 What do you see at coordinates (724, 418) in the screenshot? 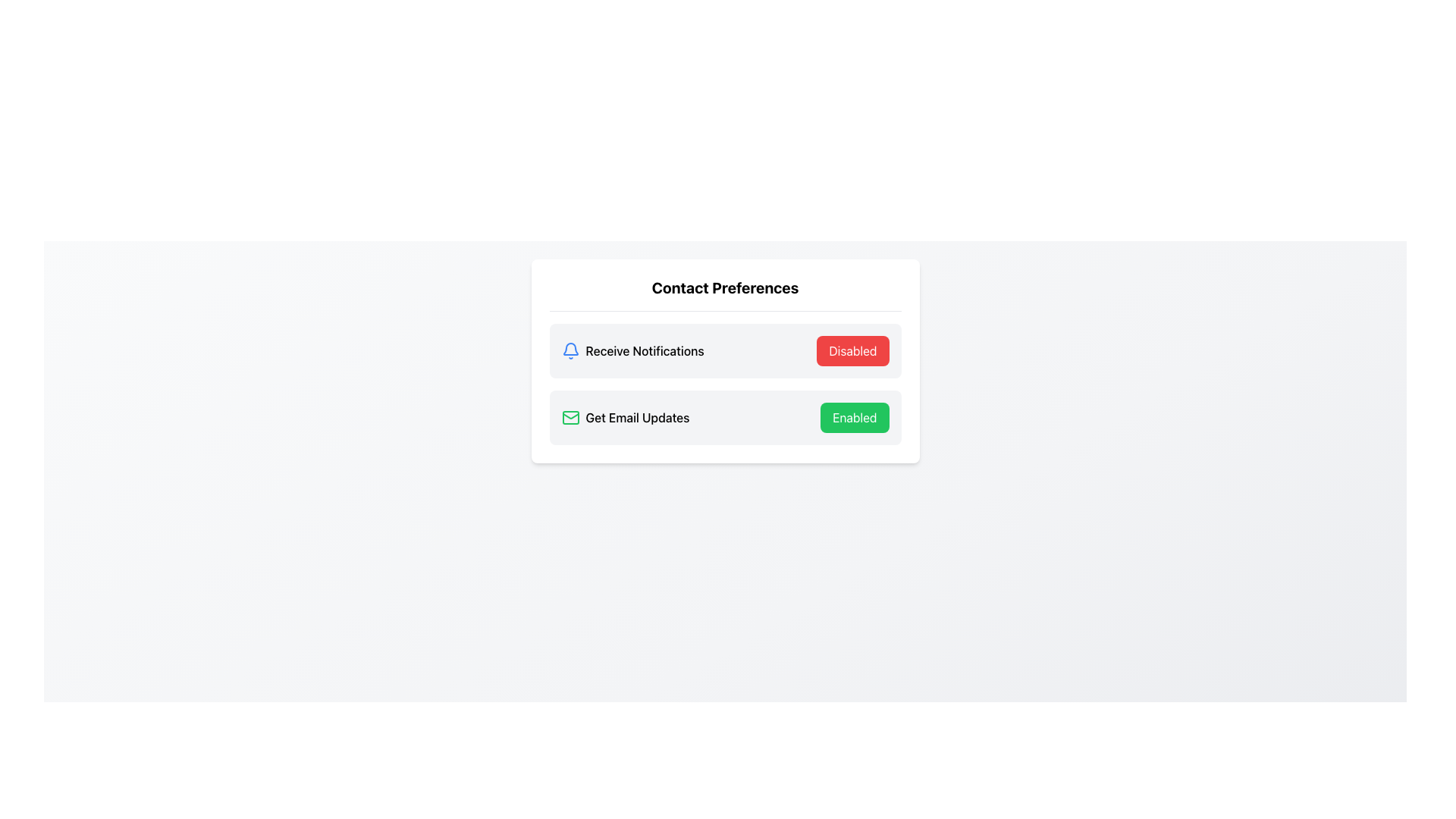
I see `the 'Enabled' button in the Interactive Card Row under 'Contact Preferences'` at bounding box center [724, 418].